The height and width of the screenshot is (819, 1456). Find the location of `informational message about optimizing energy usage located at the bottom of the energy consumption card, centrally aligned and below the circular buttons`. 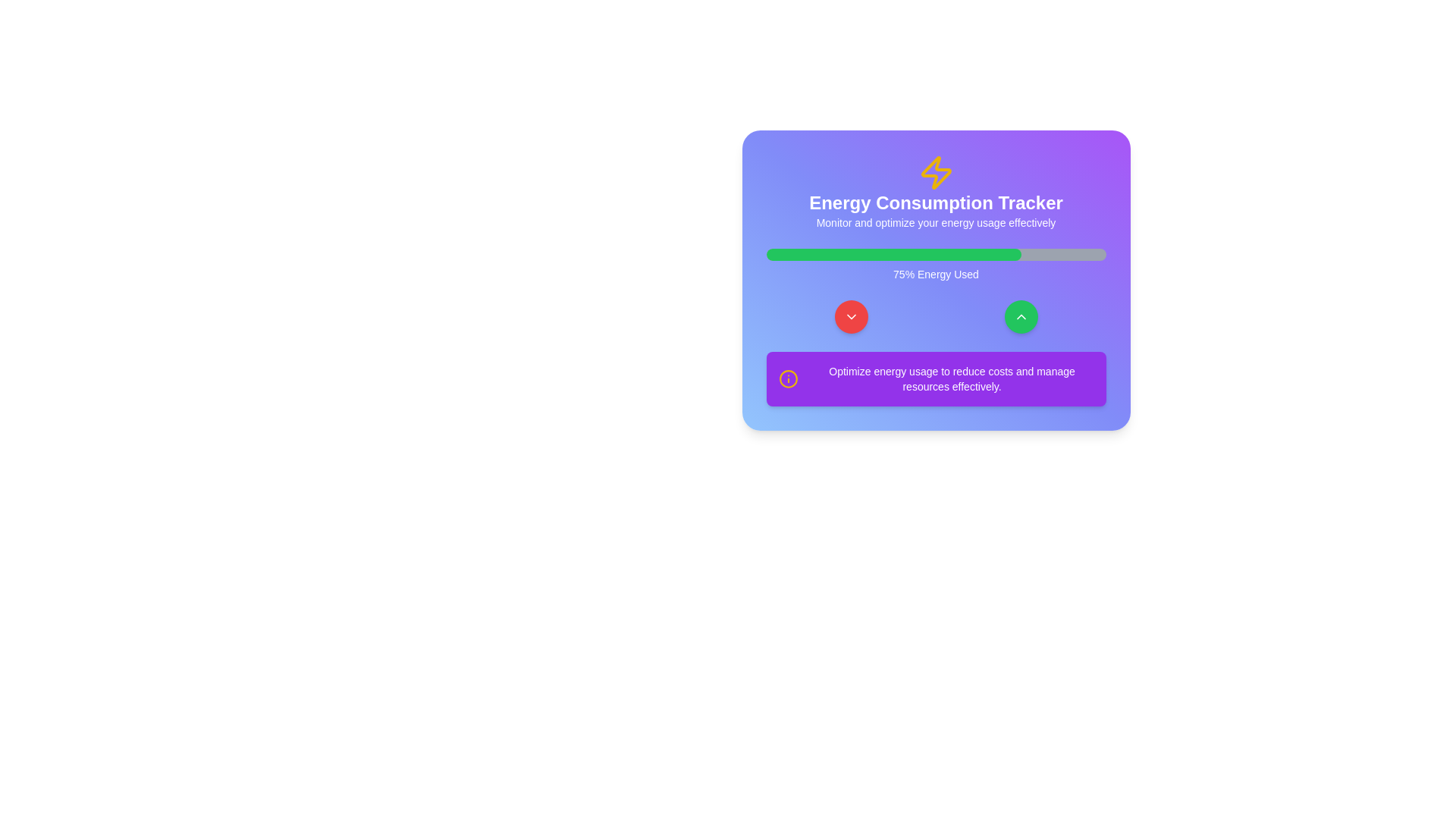

informational message about optimizing energy usage located at the bottom of the energy consumption card, centrally aligned and below the circular buttons is located at coordinates (935, 378).